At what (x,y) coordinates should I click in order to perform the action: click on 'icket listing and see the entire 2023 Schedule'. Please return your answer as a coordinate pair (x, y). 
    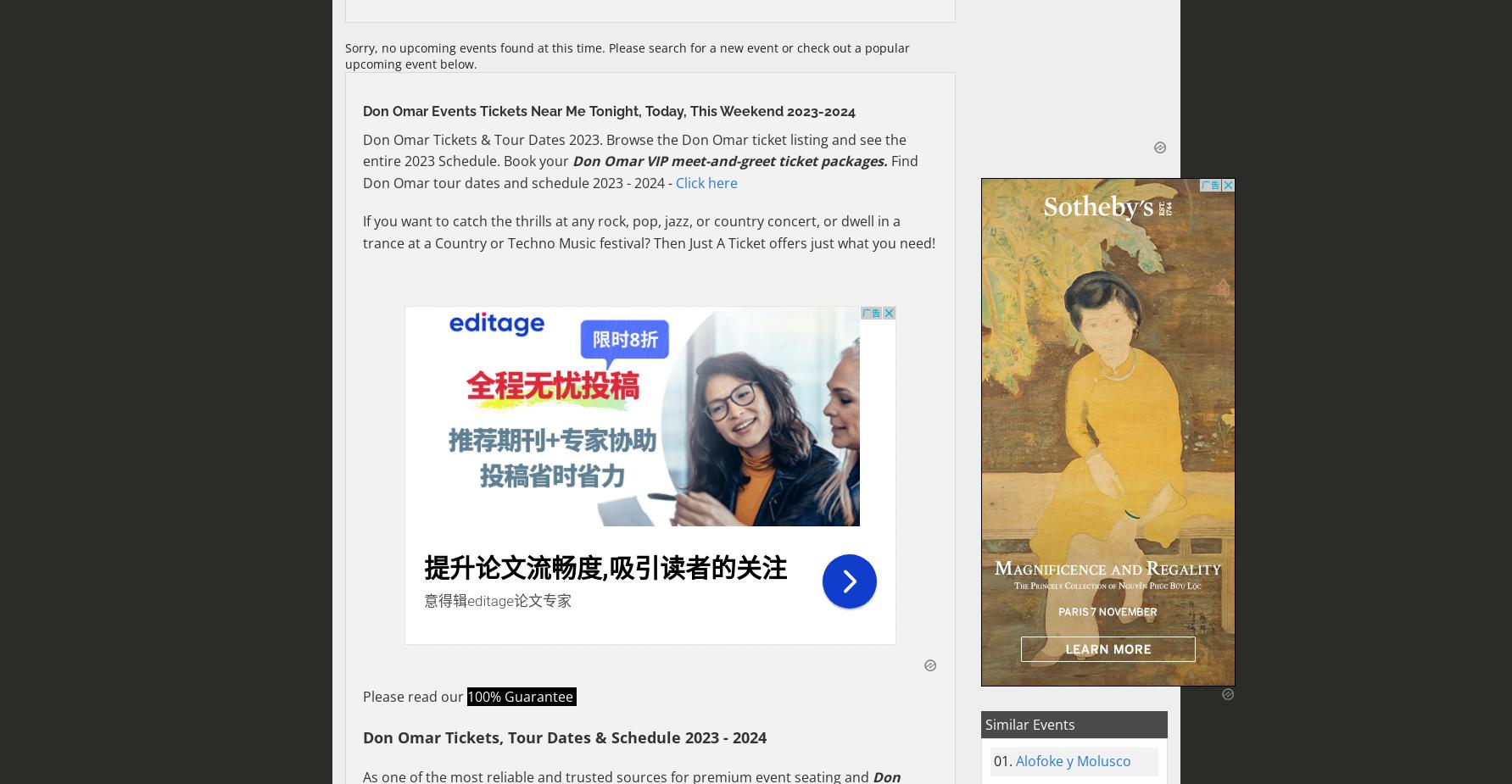
    Looking at the image, I should click on (362, 149).